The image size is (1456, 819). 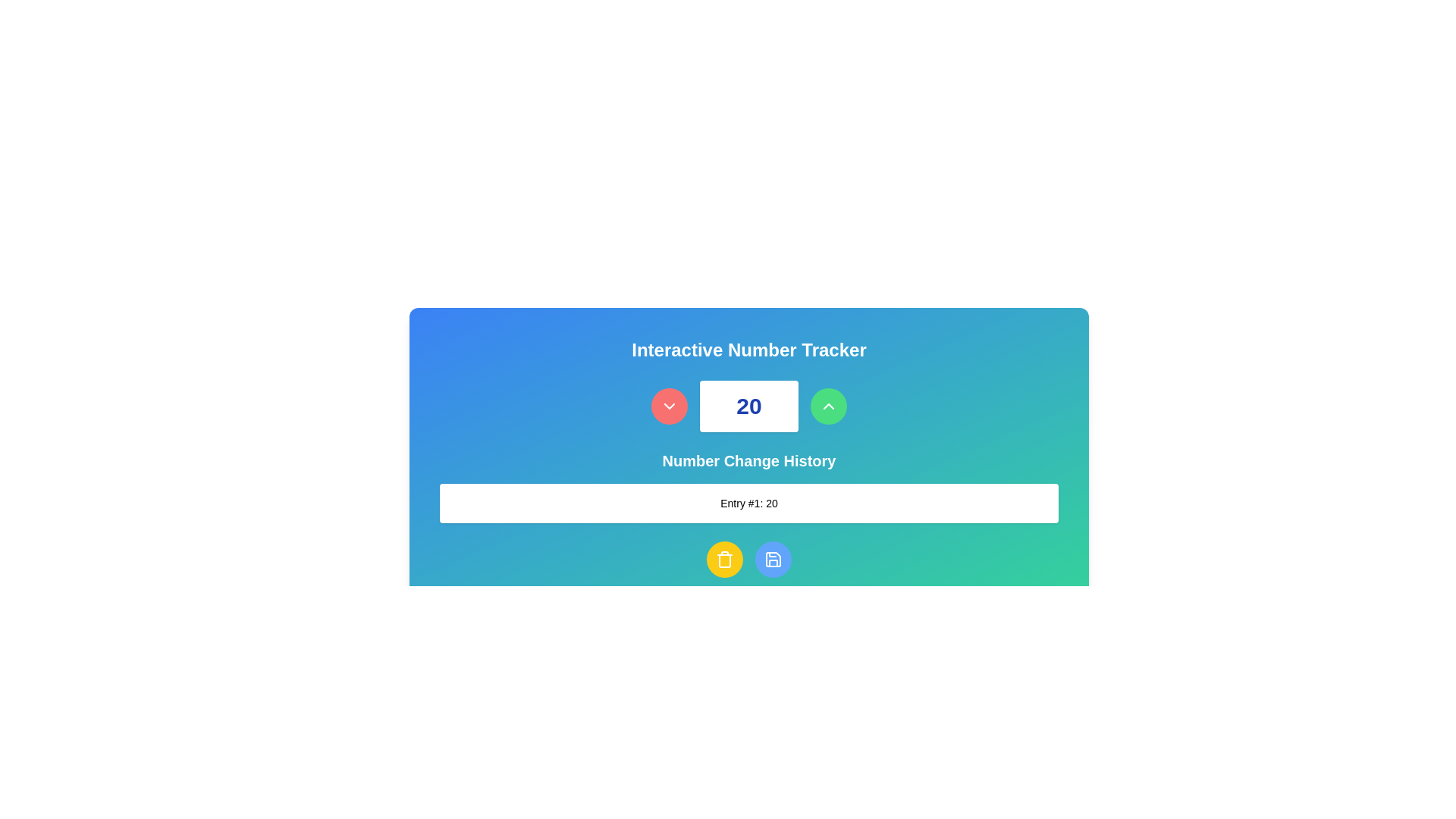 I want to click on the save icon shaped like a floppy disk, which is located within a circular blue button at the bottom center of the interface, so click(x=773, y=559).